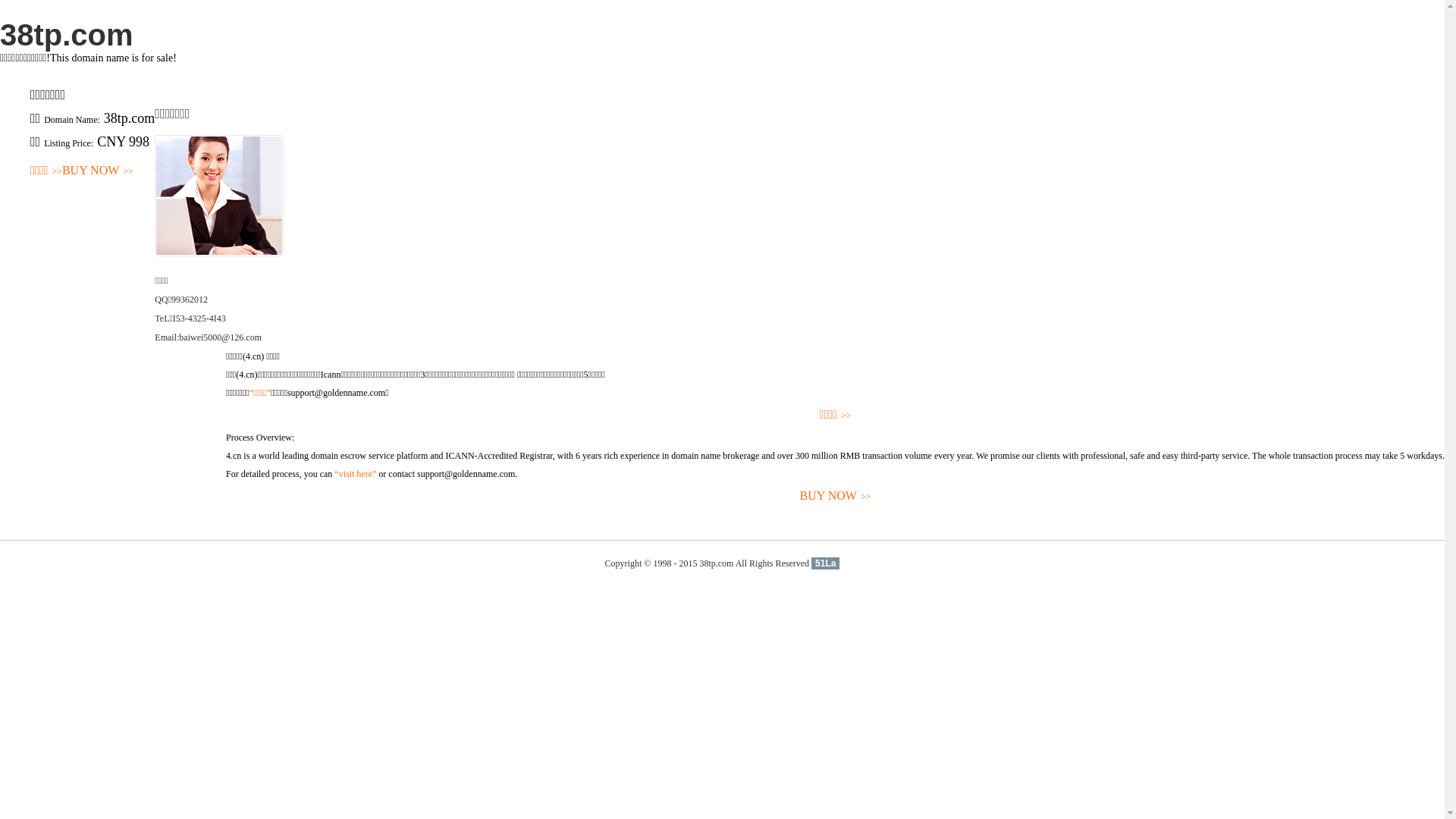 This screenshot has height=819, width=1456. What do you see at coordinates (97, 171) in the screenshot?
I see `'BUY NOW>>'` at bounding box center [97, 171].